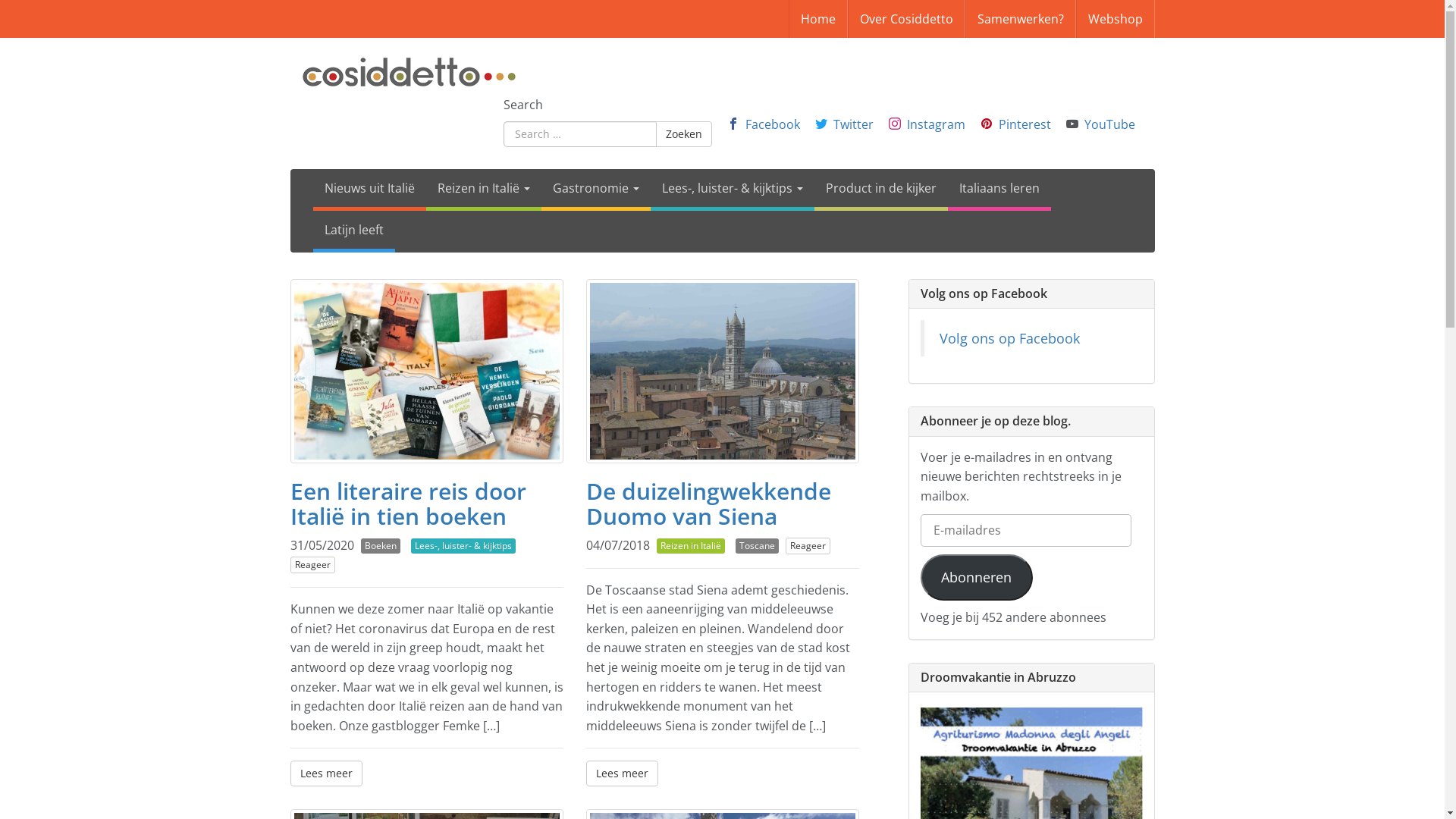 The image size is (1456, 819). I want to click on 'Home', so click(817, 18).